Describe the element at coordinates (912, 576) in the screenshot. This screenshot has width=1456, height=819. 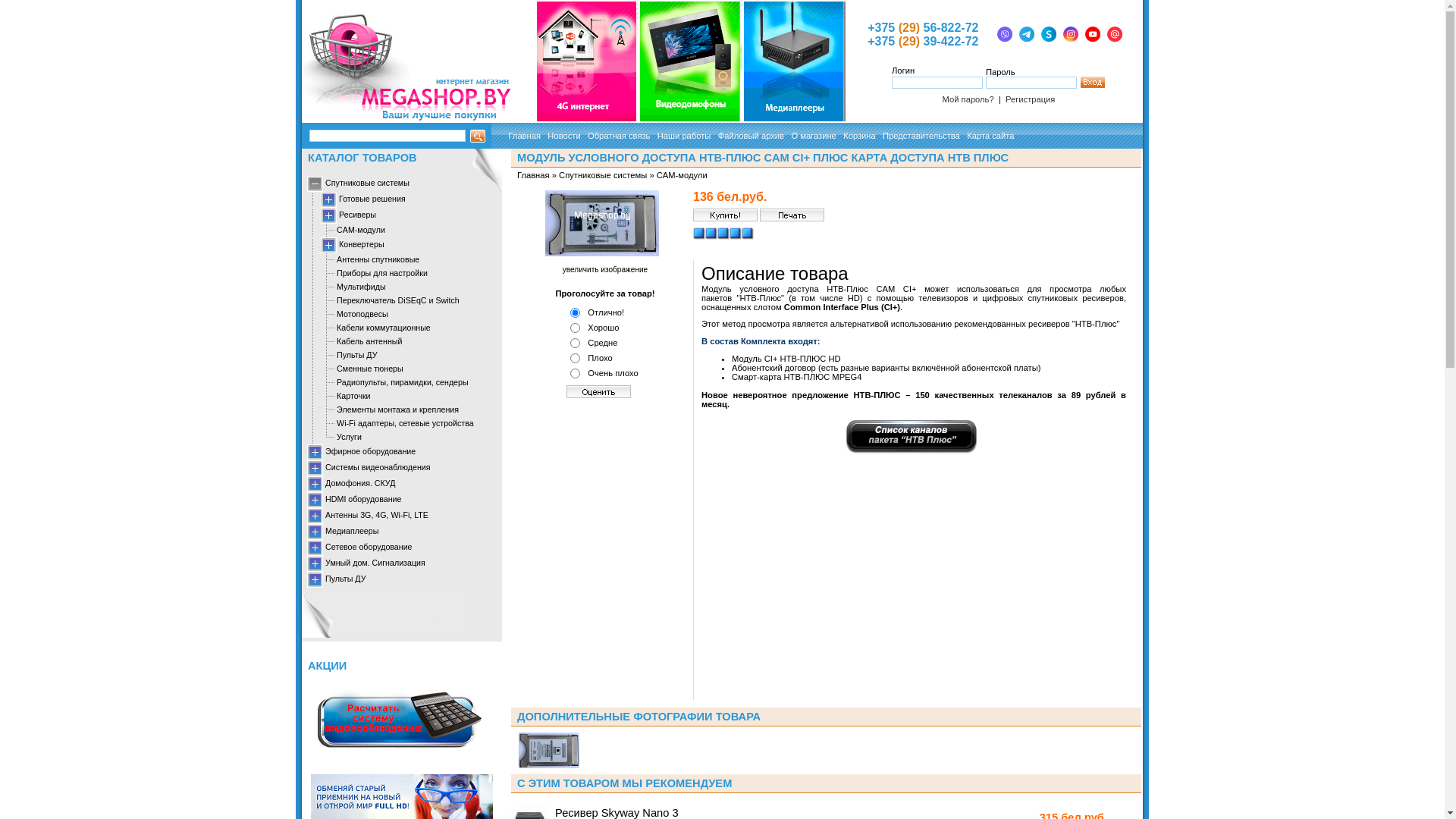
I see `'YouTube video player'` at that location.